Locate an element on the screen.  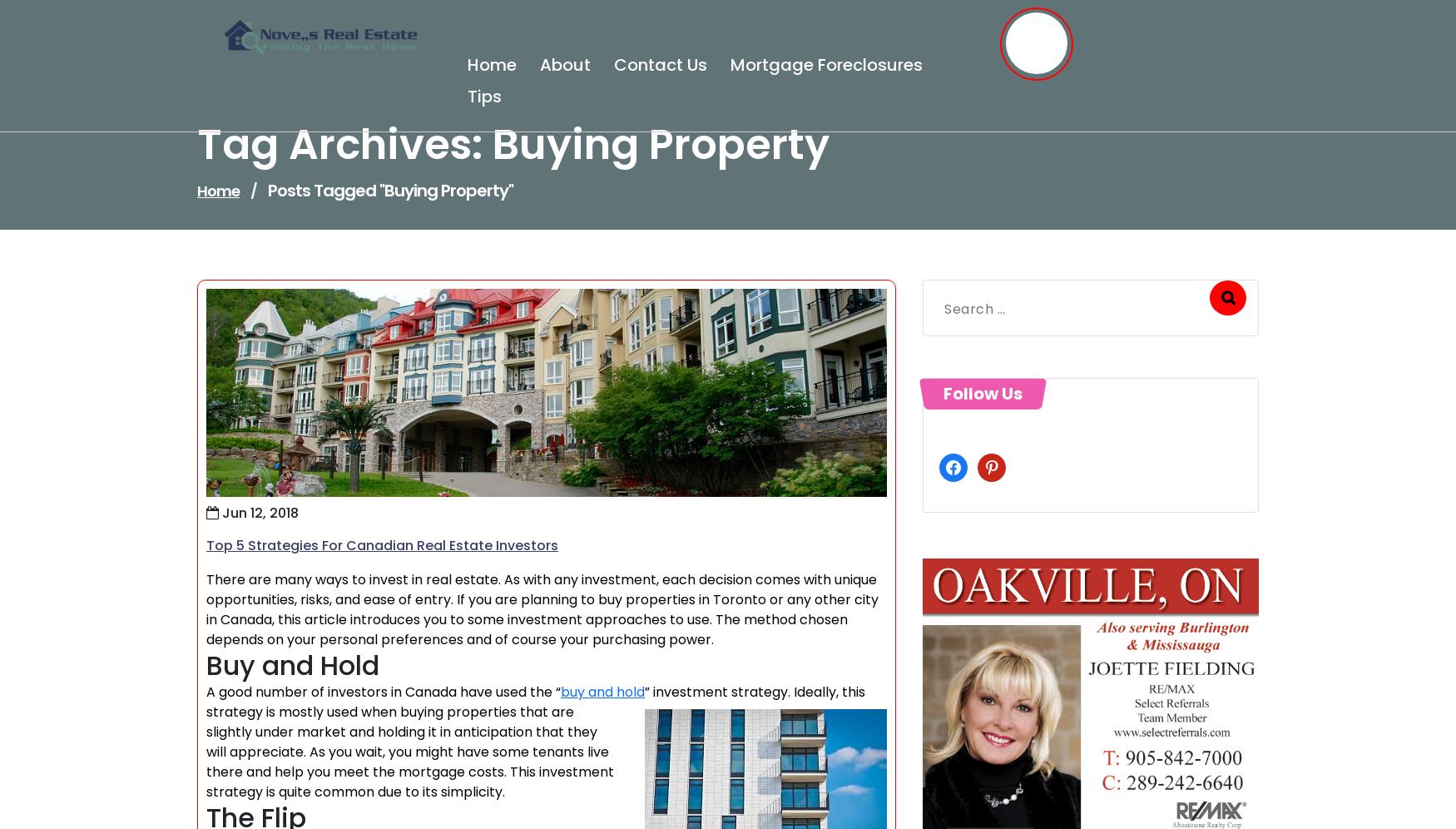
'Taxes' is located at coordinates (244, 367).